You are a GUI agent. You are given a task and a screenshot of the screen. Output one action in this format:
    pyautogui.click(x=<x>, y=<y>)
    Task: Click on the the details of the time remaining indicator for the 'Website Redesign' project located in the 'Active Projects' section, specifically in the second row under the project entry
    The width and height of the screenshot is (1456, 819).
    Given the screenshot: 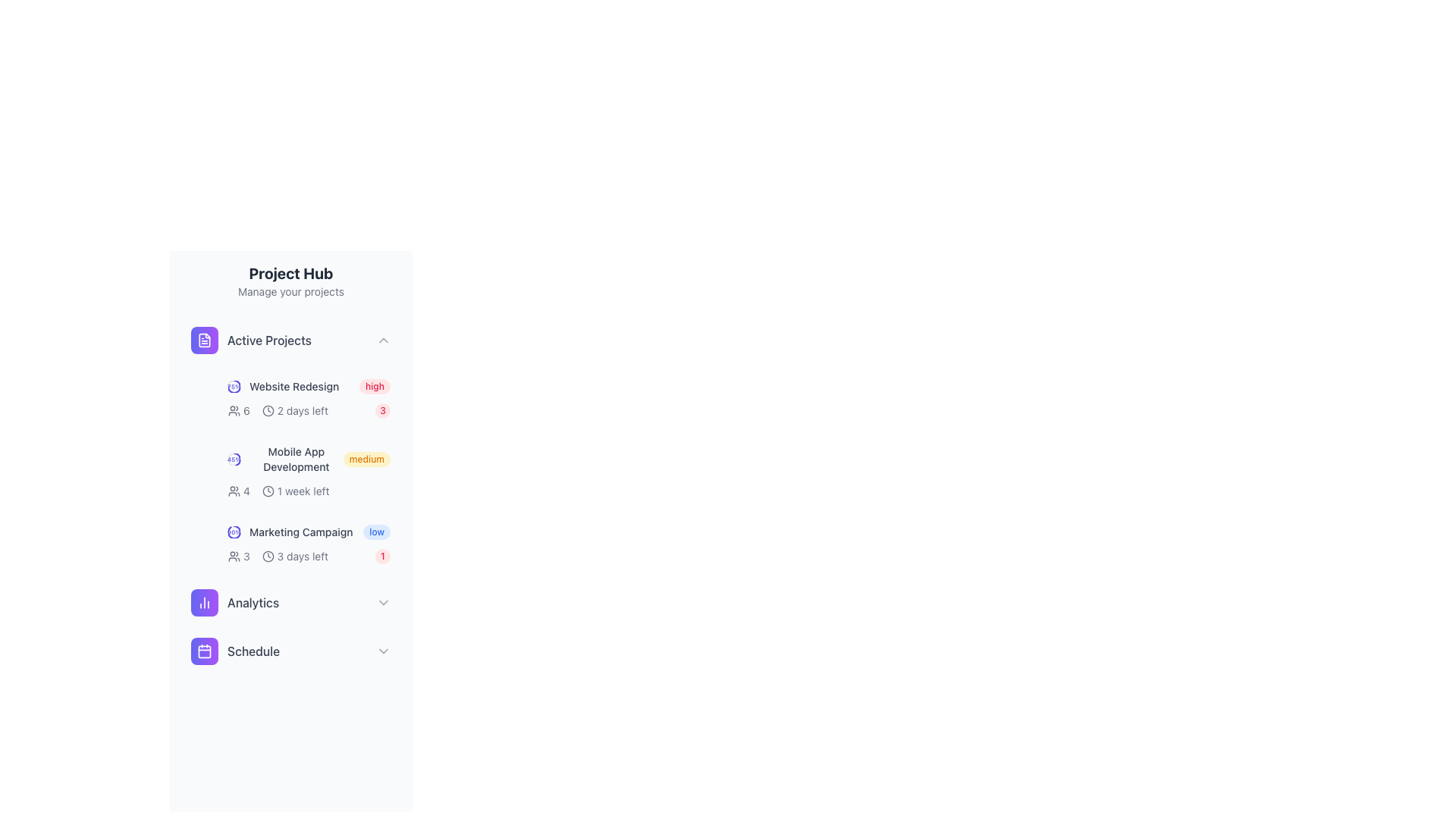 What is the action you would take?
    pyautogui.click(x=309, y=411)
    